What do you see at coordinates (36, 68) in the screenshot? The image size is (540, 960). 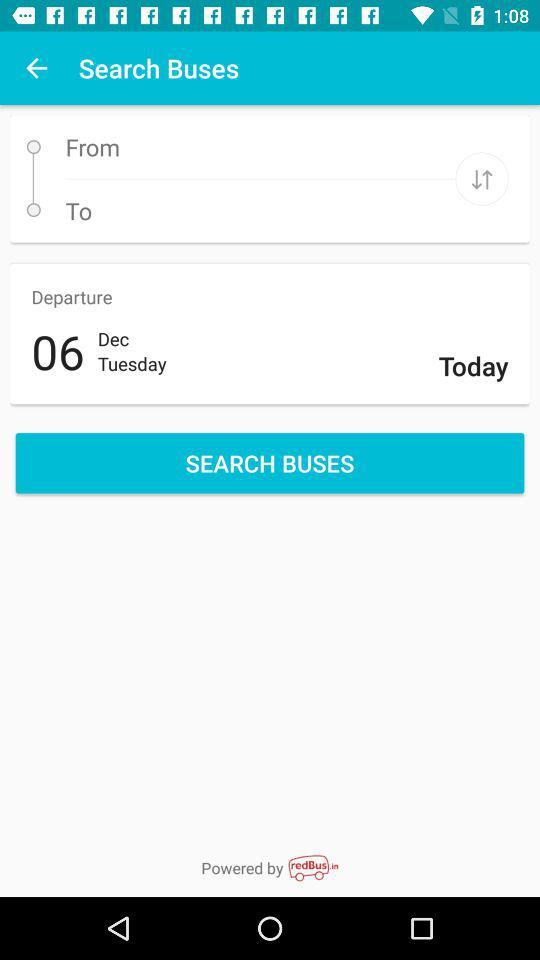 I see `the item to the left of the search buses` at bounding box center [36, 68].